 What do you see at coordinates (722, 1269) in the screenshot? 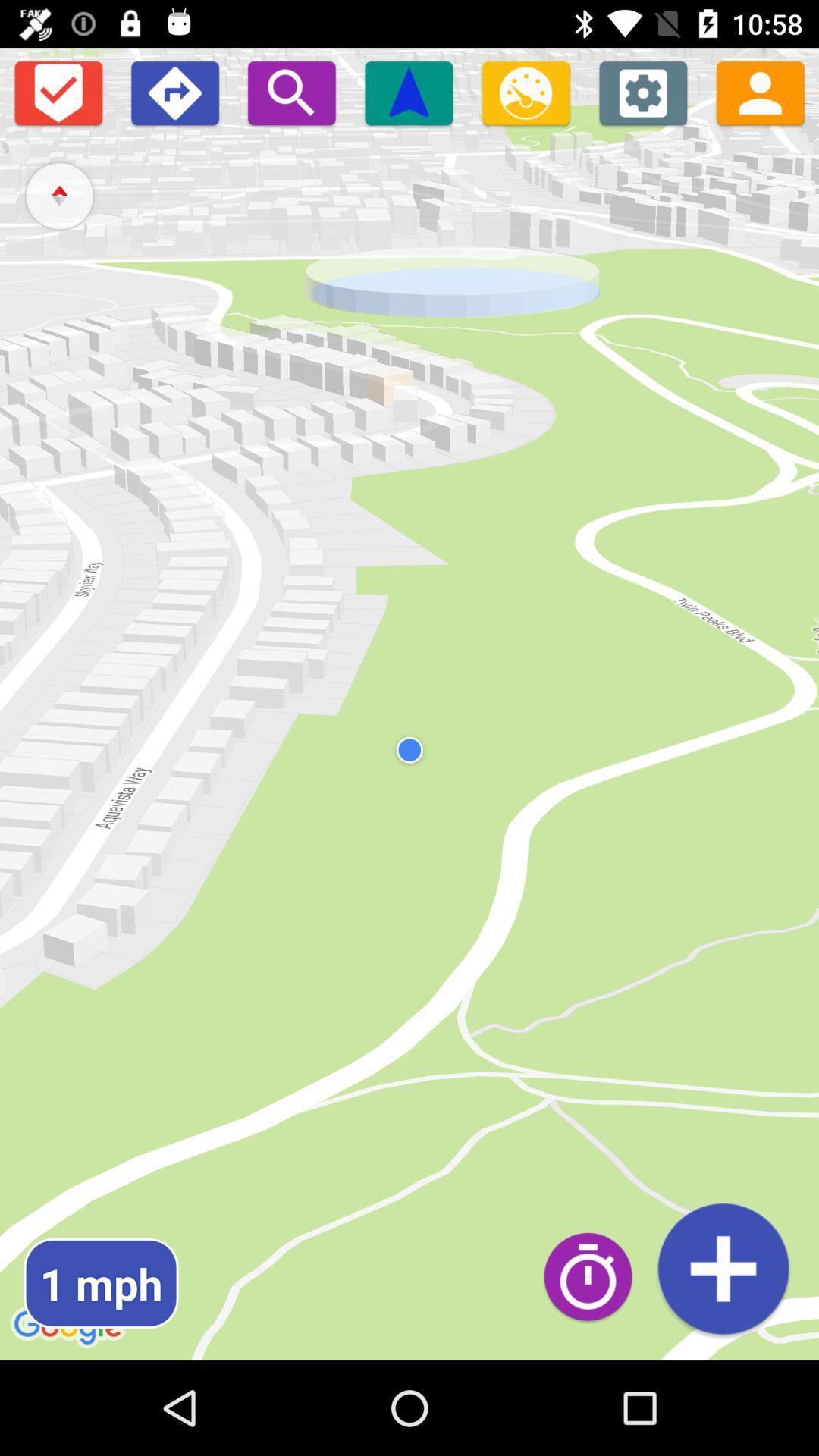
I see `map data` at bounding box center [722, 1269].